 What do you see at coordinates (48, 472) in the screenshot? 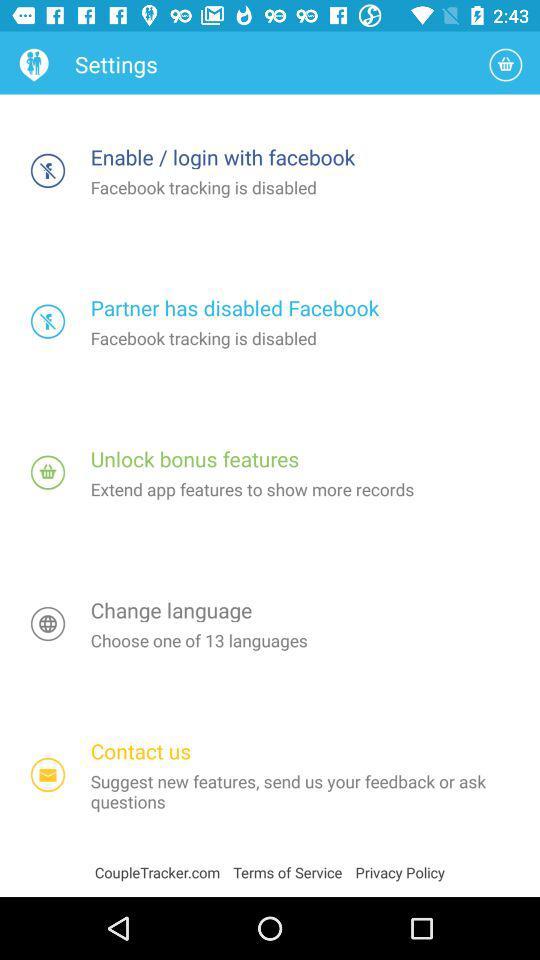
I see `unlock bonus features` at bounding box center [48, 472].